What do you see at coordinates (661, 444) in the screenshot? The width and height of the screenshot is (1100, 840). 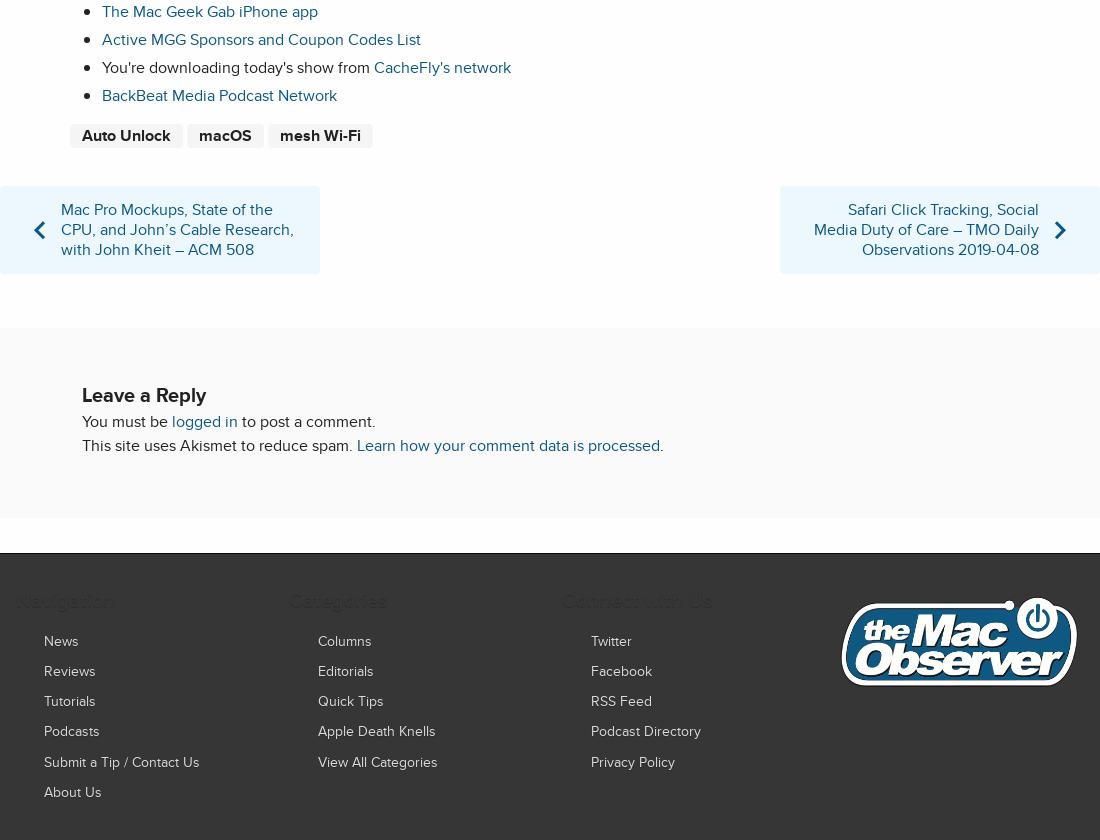 I see `'.'` at bounding box center [661, 444].